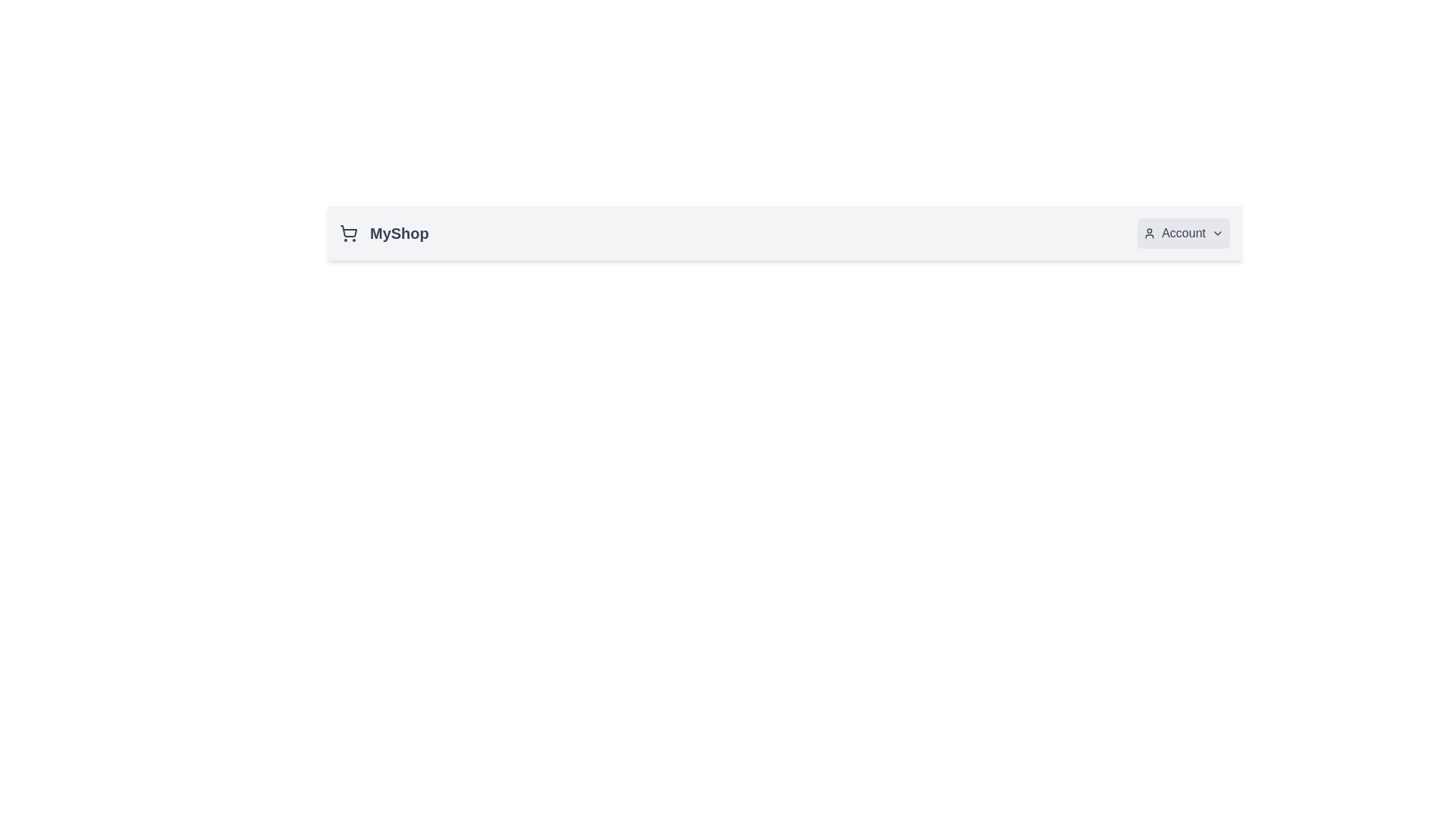  Describe the element at coordinates (384, 234) in the screenshot. I see `brand logo text located to the immediate right of the shopping cart icon in the navigation bar` at that location.